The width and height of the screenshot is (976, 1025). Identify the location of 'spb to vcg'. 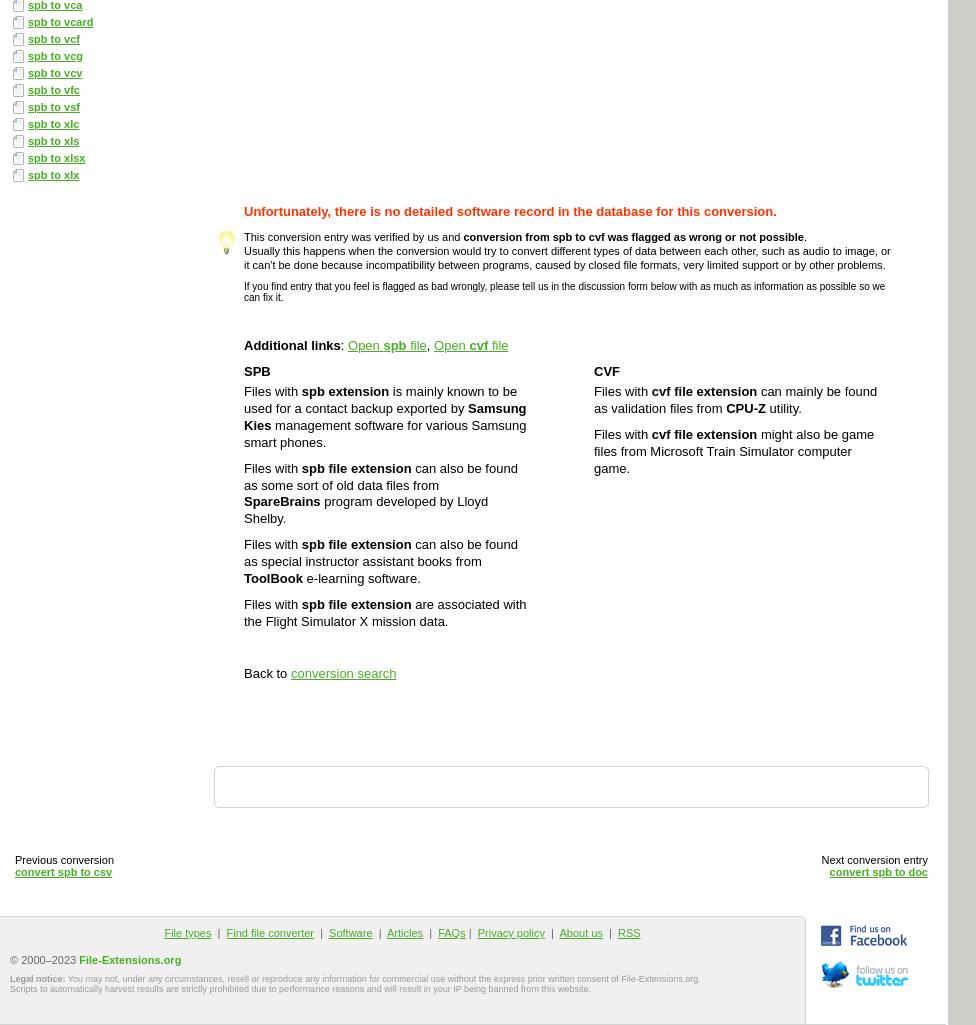
(55, 54).